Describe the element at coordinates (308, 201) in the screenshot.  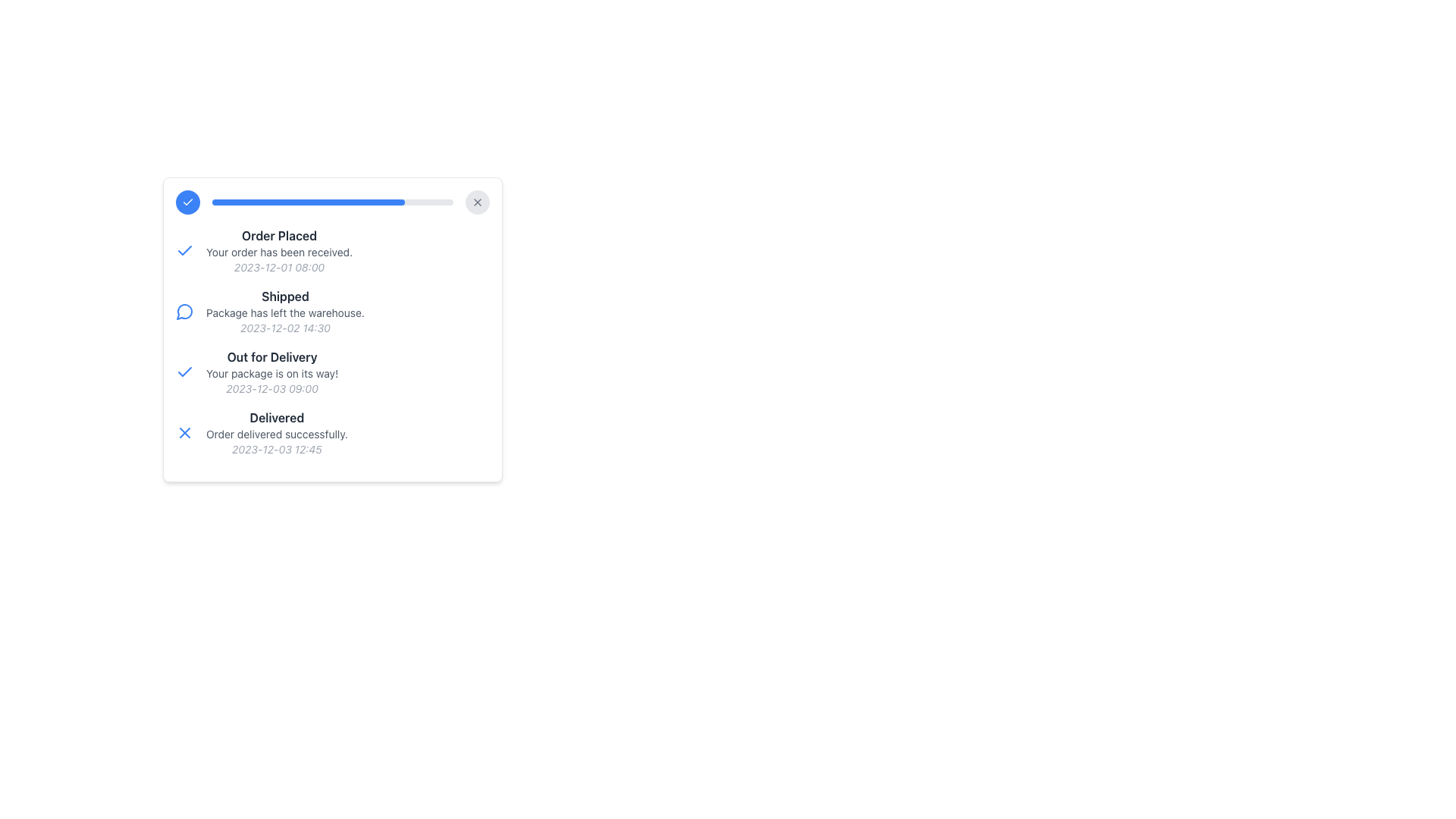
I see `the blue progress bar segment that indicates the completed progress within the larger light-gray progress bar` at that location.